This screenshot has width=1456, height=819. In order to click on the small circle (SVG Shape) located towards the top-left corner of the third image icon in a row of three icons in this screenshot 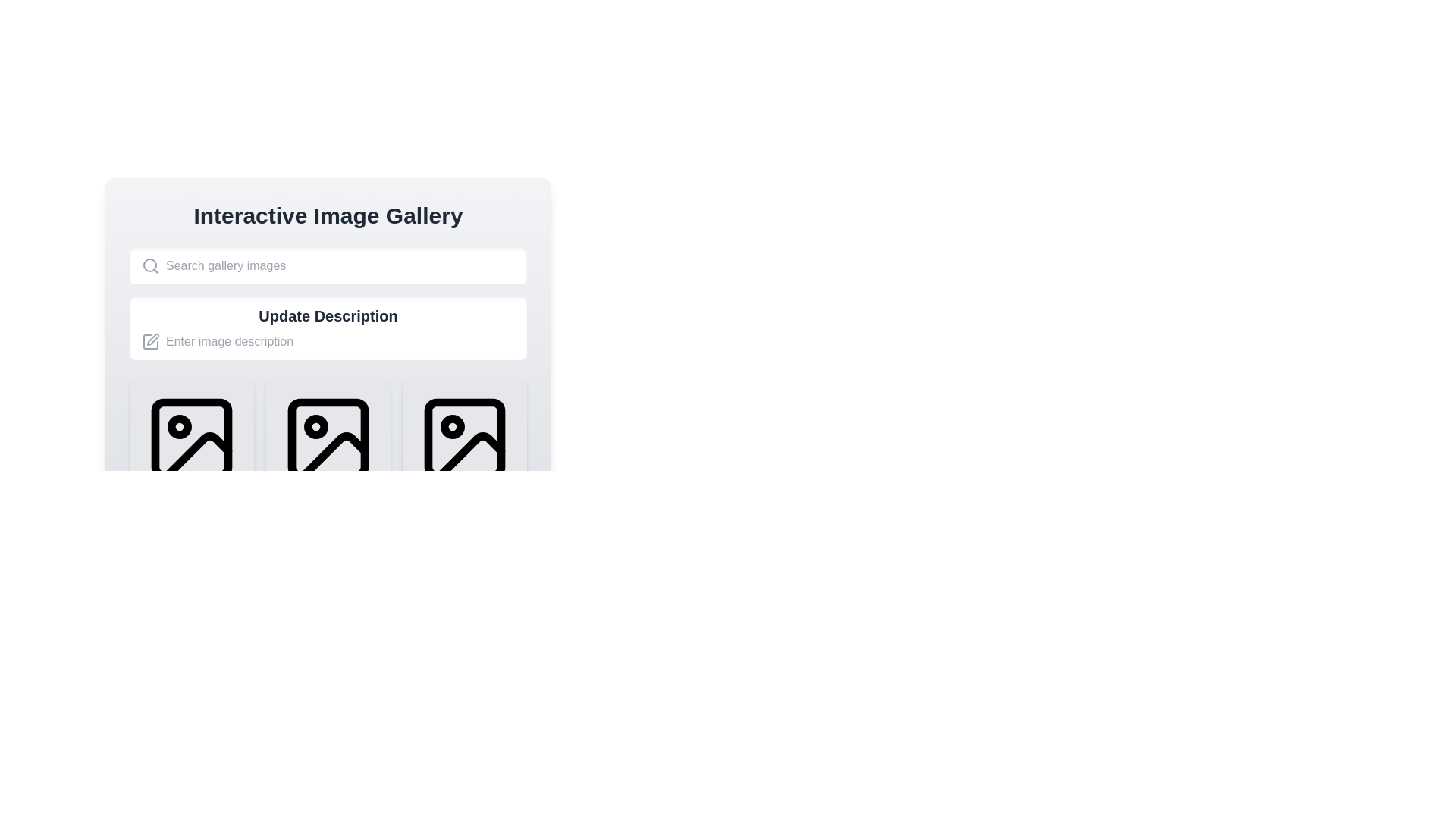, I will do `click(451, 427)`.